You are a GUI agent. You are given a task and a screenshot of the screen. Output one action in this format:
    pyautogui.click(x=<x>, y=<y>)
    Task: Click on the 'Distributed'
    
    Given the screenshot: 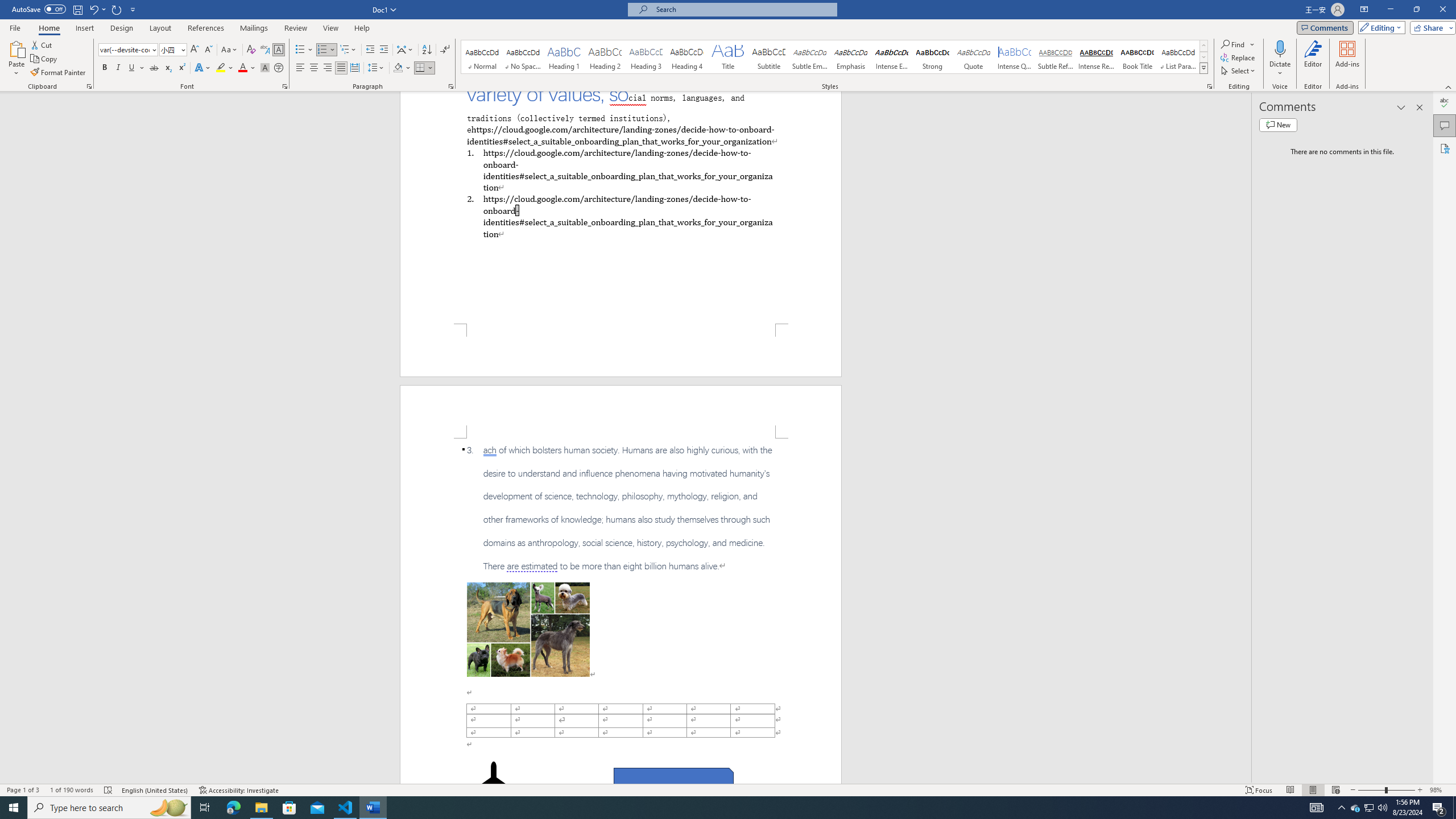 What is the action you would take?
    pyautogui.click(x=354, y=67)
    